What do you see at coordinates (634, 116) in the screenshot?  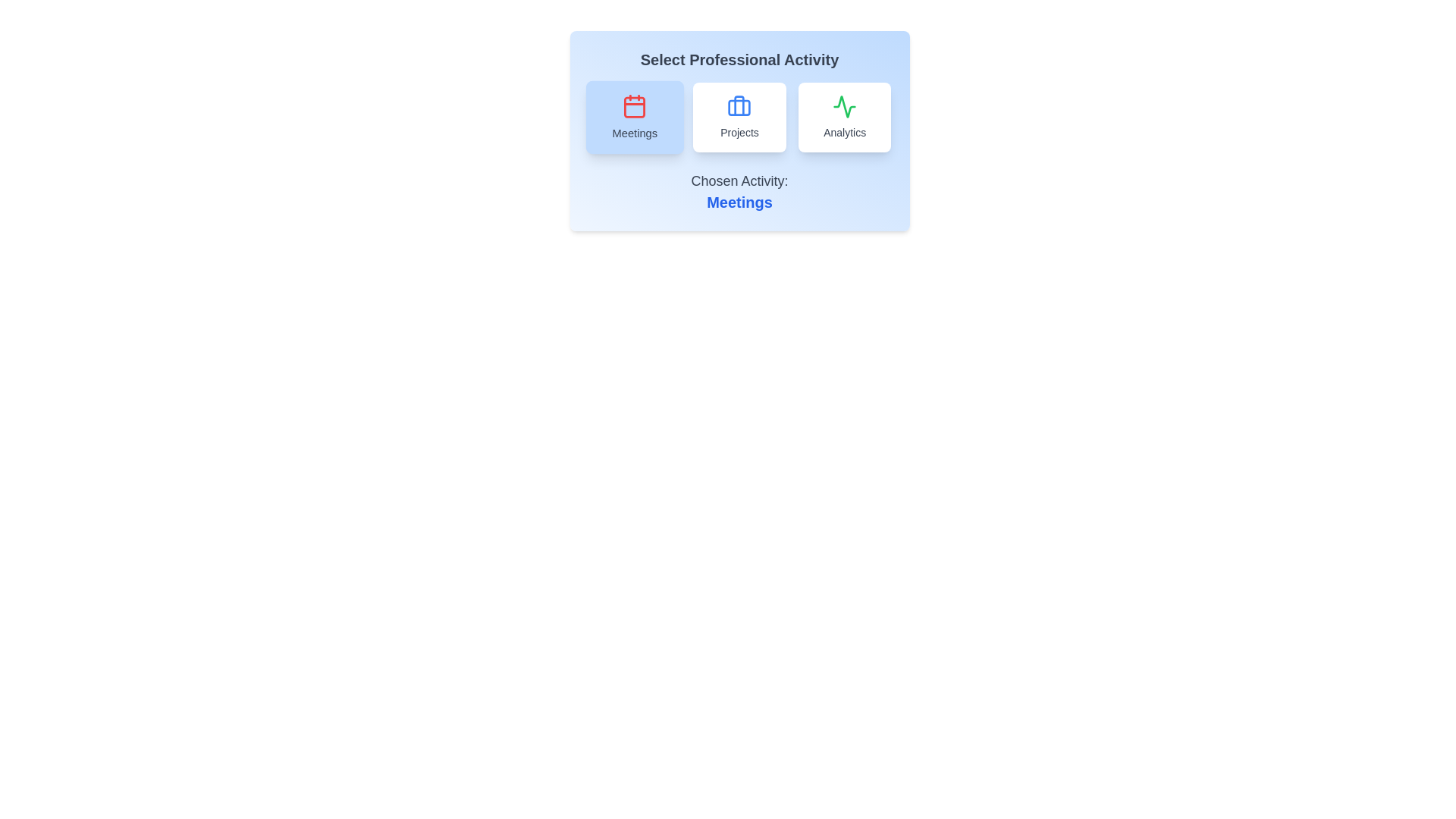 I see `the button corresponding to the activity Meetings to select it` at bounding box center [634, 116].